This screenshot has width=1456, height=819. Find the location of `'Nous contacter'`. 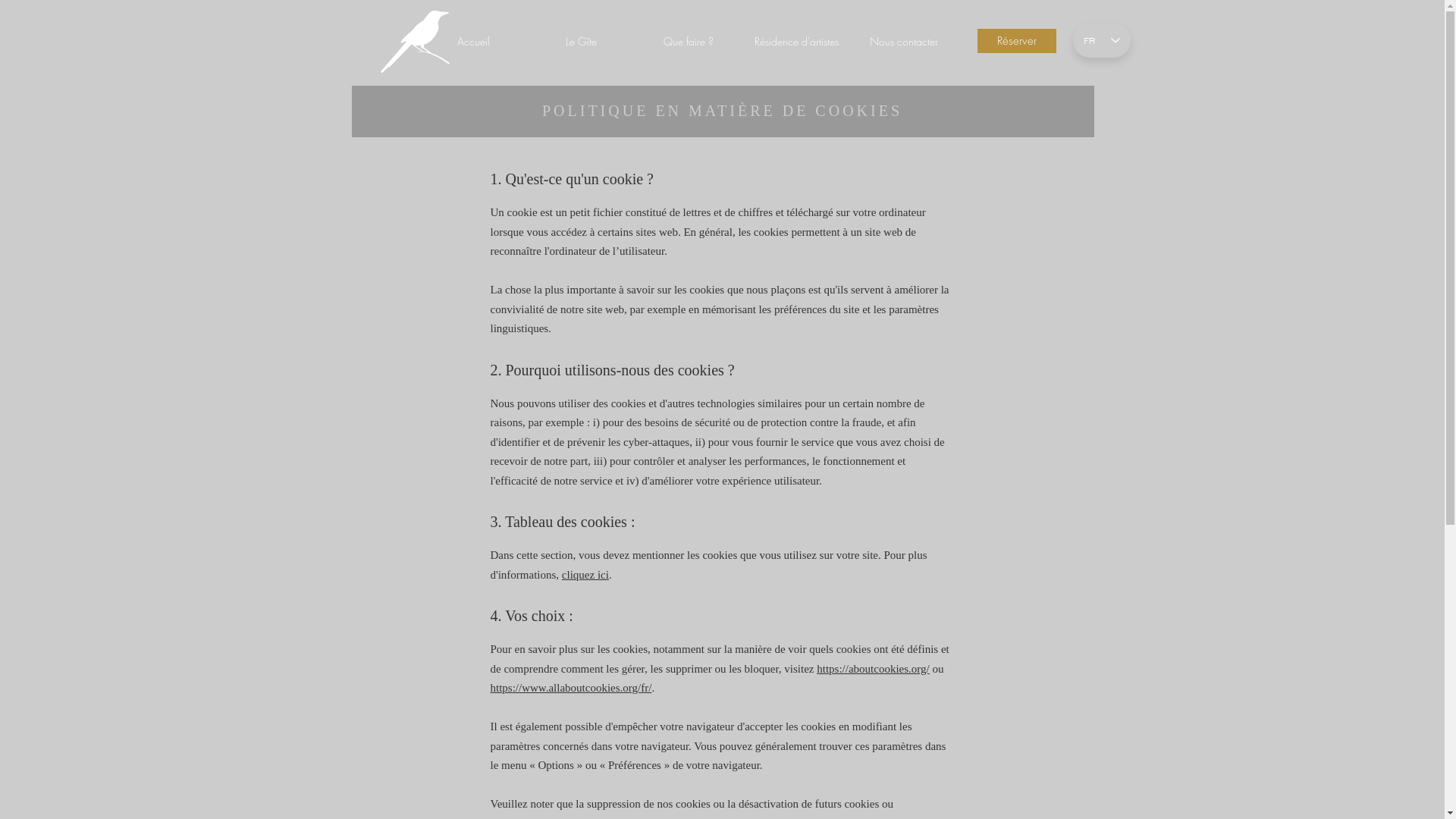

'Nous contacter' is located at coordinates (902, 40).